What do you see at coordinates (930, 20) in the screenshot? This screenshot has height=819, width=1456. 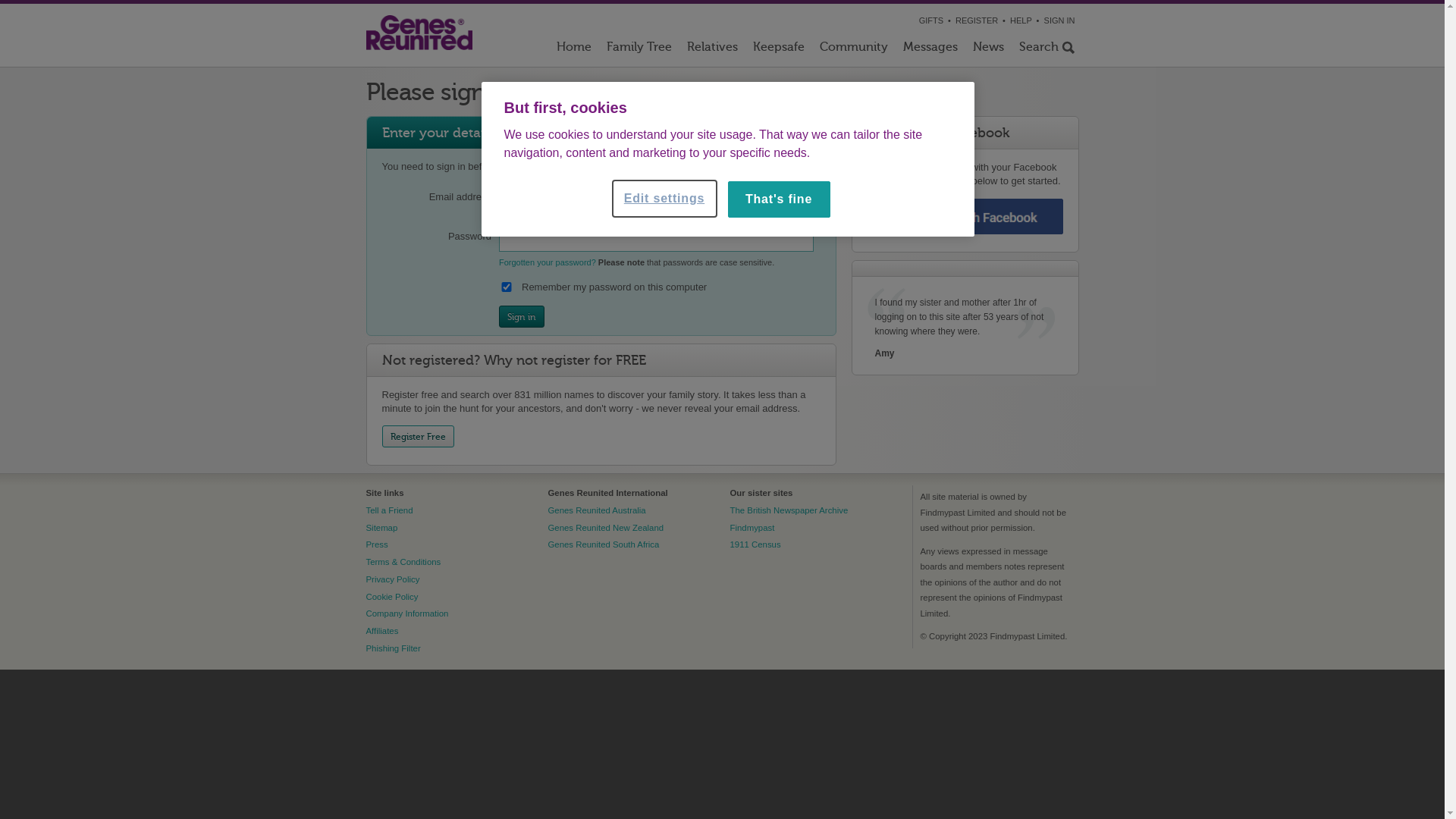 I see `'GIFTS'` at bounding box center [930, 20].